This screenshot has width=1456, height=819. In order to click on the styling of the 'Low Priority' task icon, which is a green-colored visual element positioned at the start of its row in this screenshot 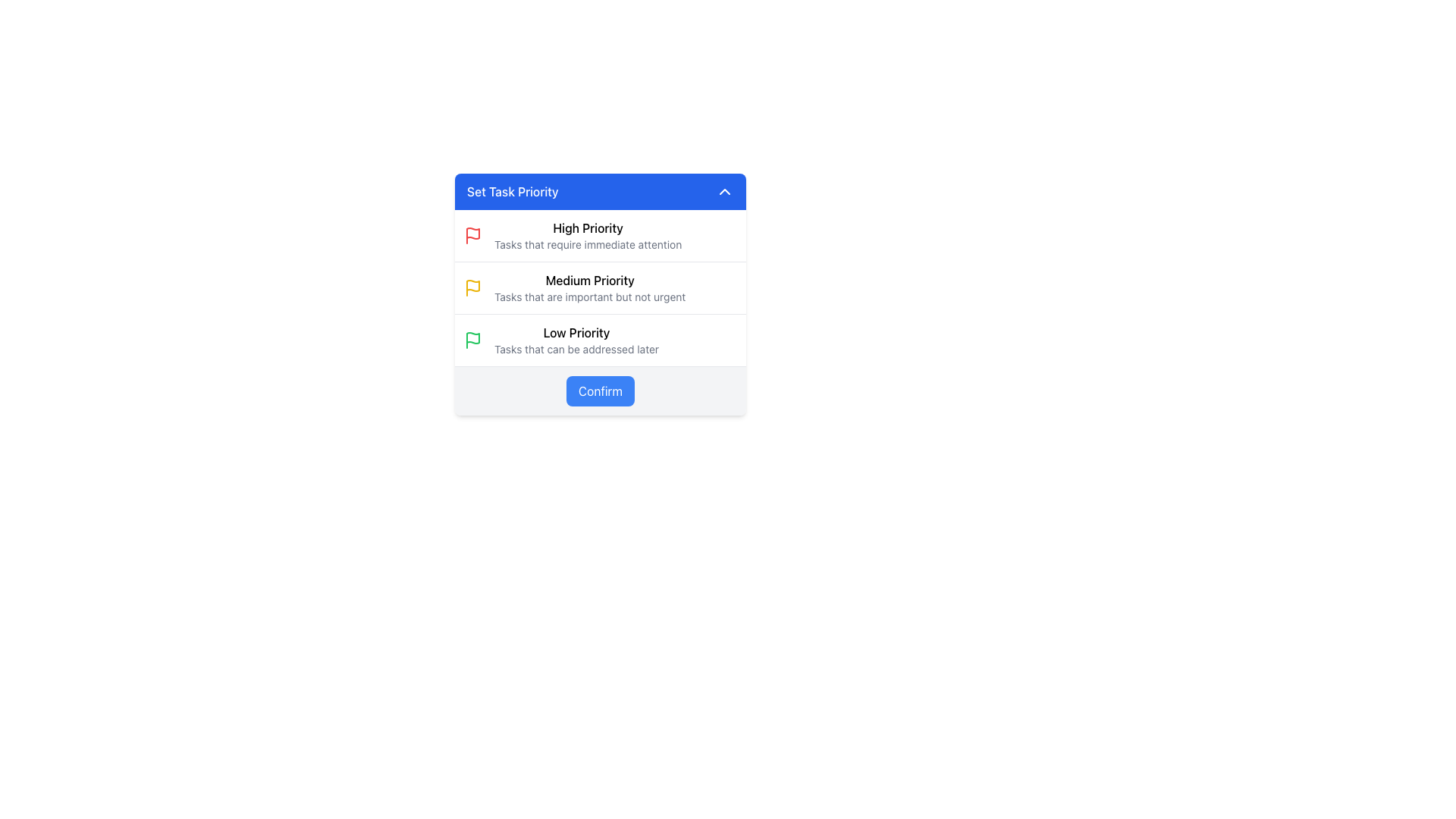, I will do `click(472, 339)`.